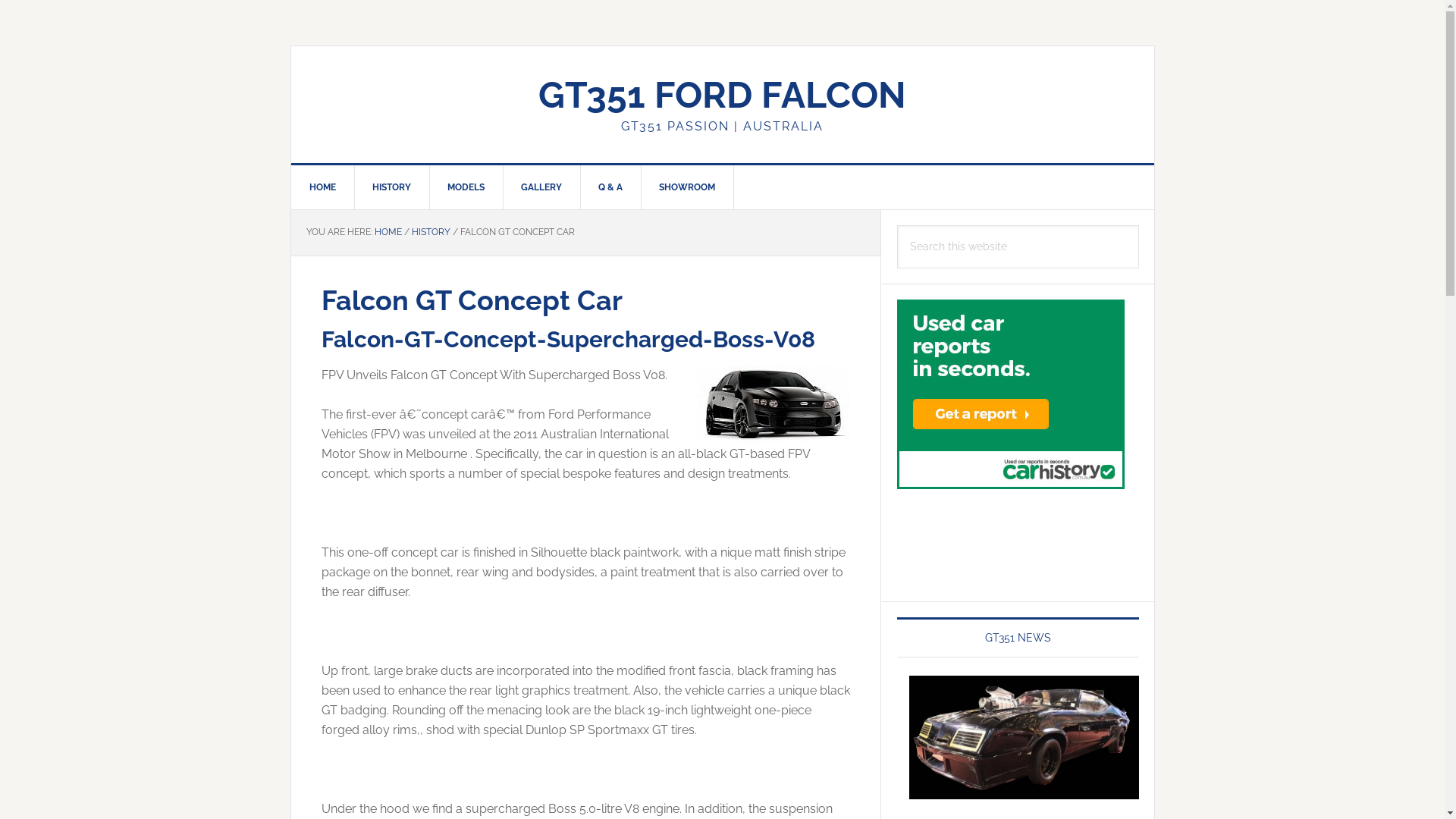 This screenshot has width=1456, height=819. Describe the element at coordinates (391, 186) in the screenshot. I see `'HISTORY'` at that location.